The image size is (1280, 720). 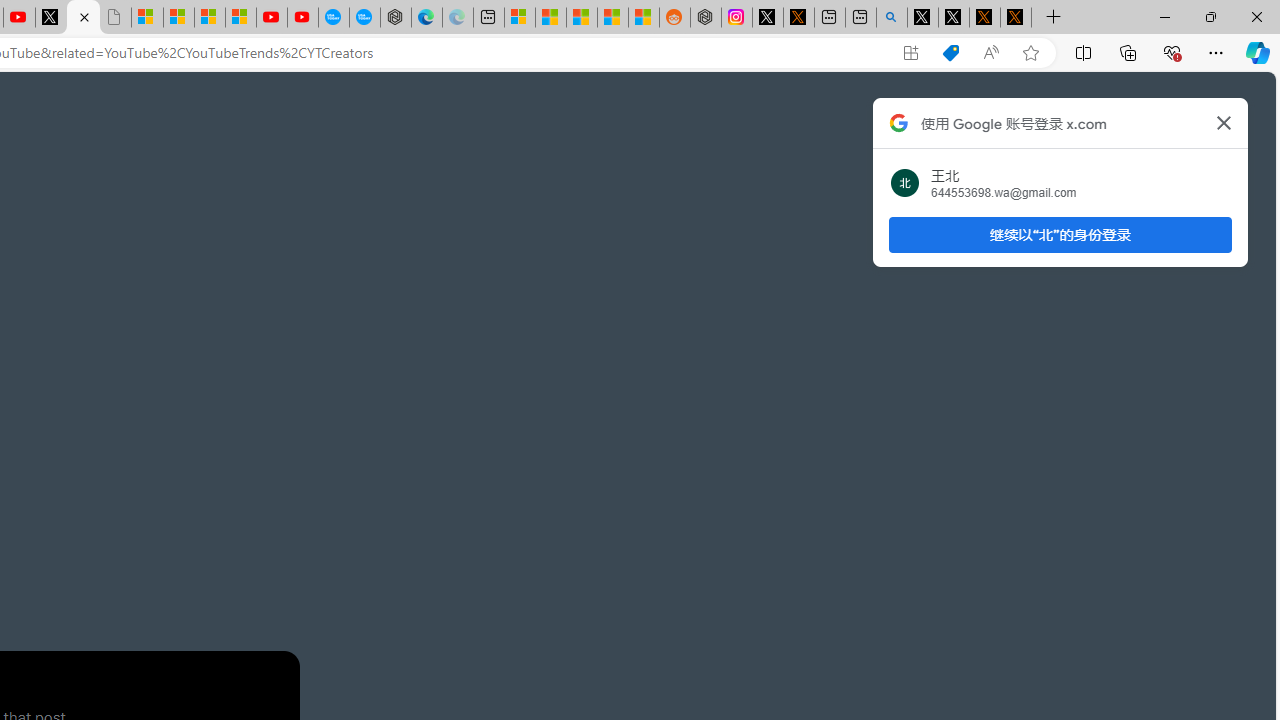 I want to click on 'New Tab', so click(x=1052, y=17).